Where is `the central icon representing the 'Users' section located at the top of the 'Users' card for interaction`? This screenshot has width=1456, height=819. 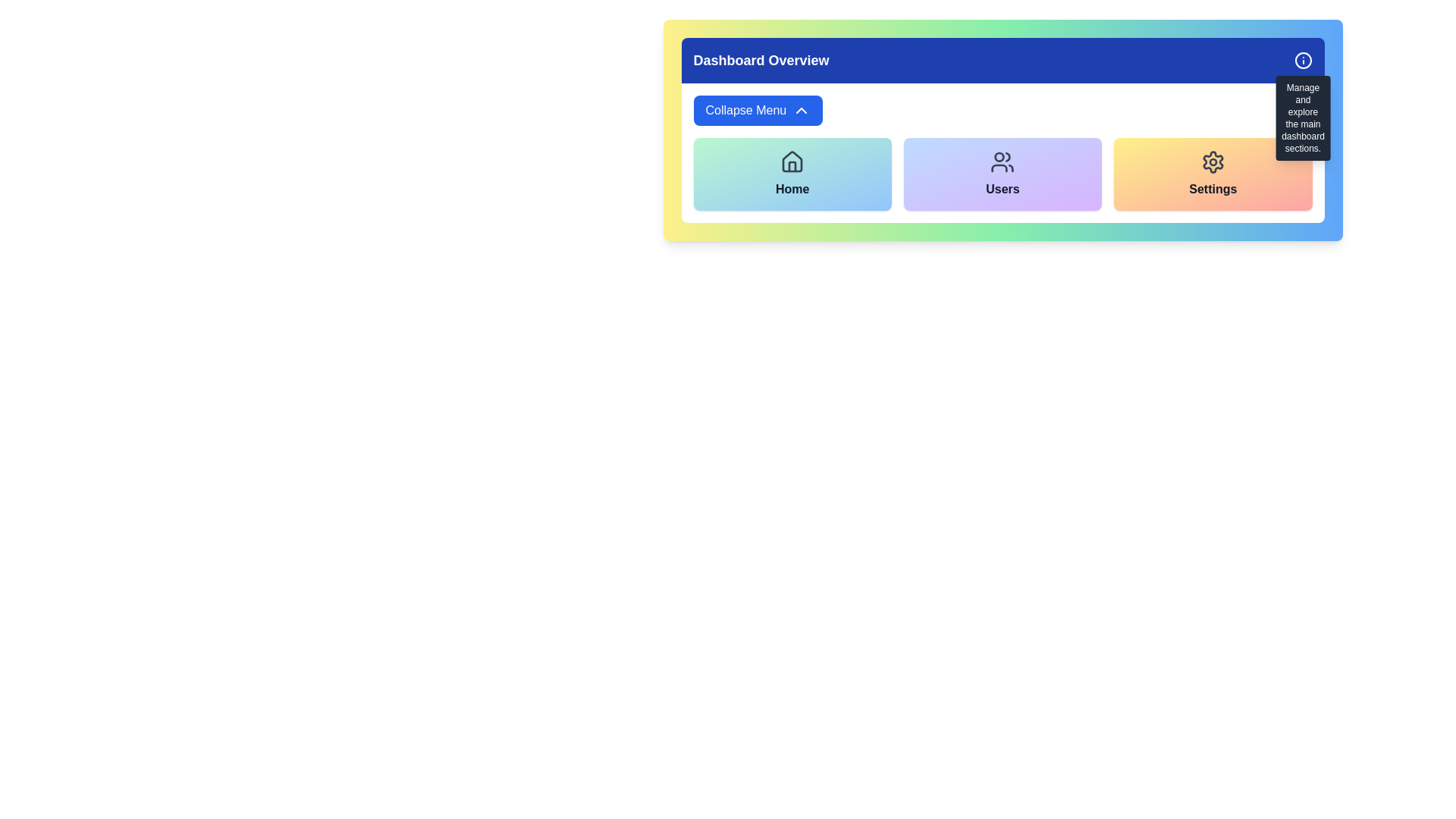 the central icon representing the 'Users' section located at the top of the 'Users' card for interaction is located at coordinates (1003, 162).